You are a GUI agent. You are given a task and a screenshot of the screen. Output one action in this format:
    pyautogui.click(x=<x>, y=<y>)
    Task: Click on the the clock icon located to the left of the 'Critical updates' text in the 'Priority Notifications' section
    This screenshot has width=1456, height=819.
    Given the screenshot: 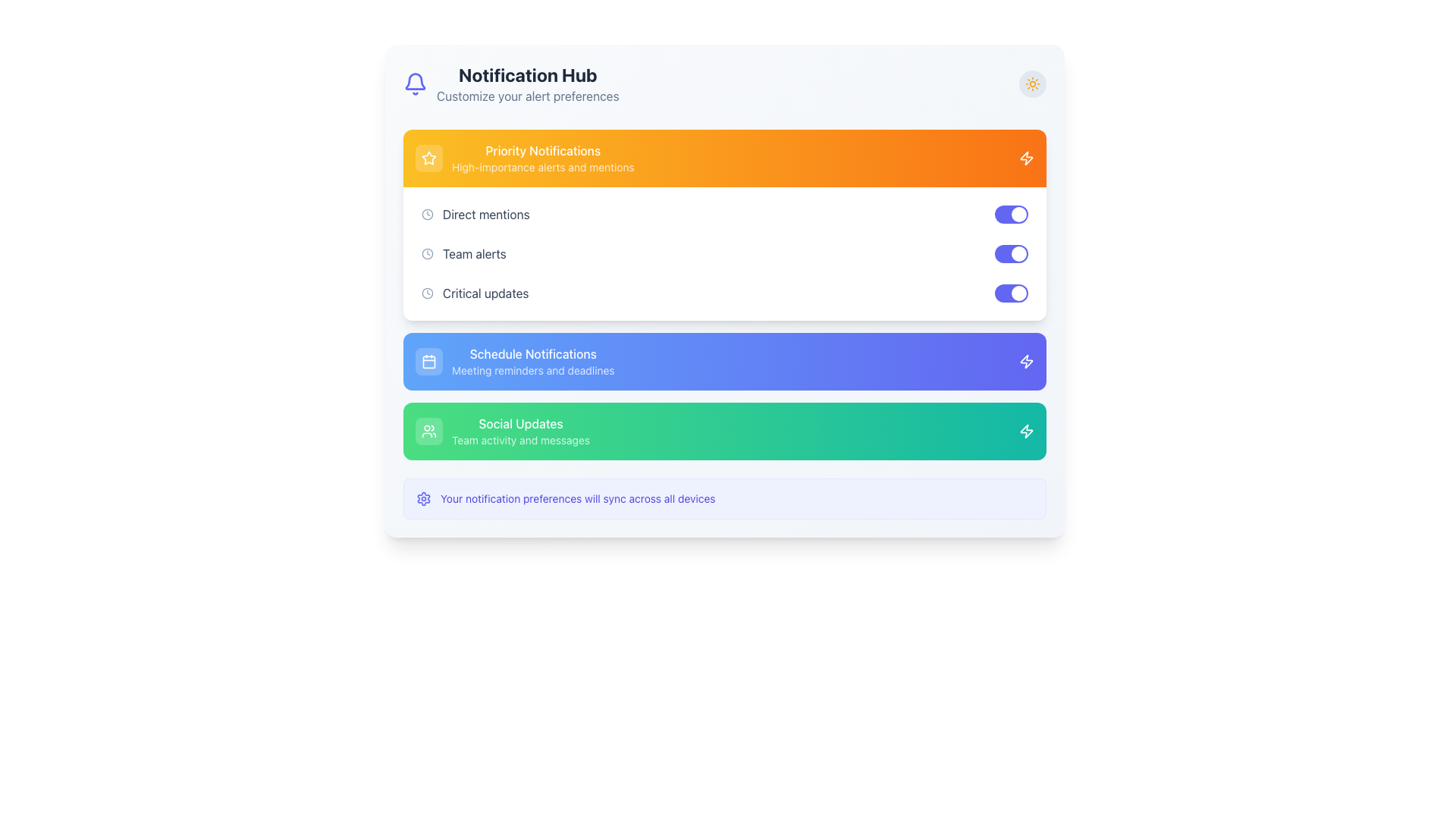 What is the action you would take?
    pyautogui.click(x=427, y=293)
    